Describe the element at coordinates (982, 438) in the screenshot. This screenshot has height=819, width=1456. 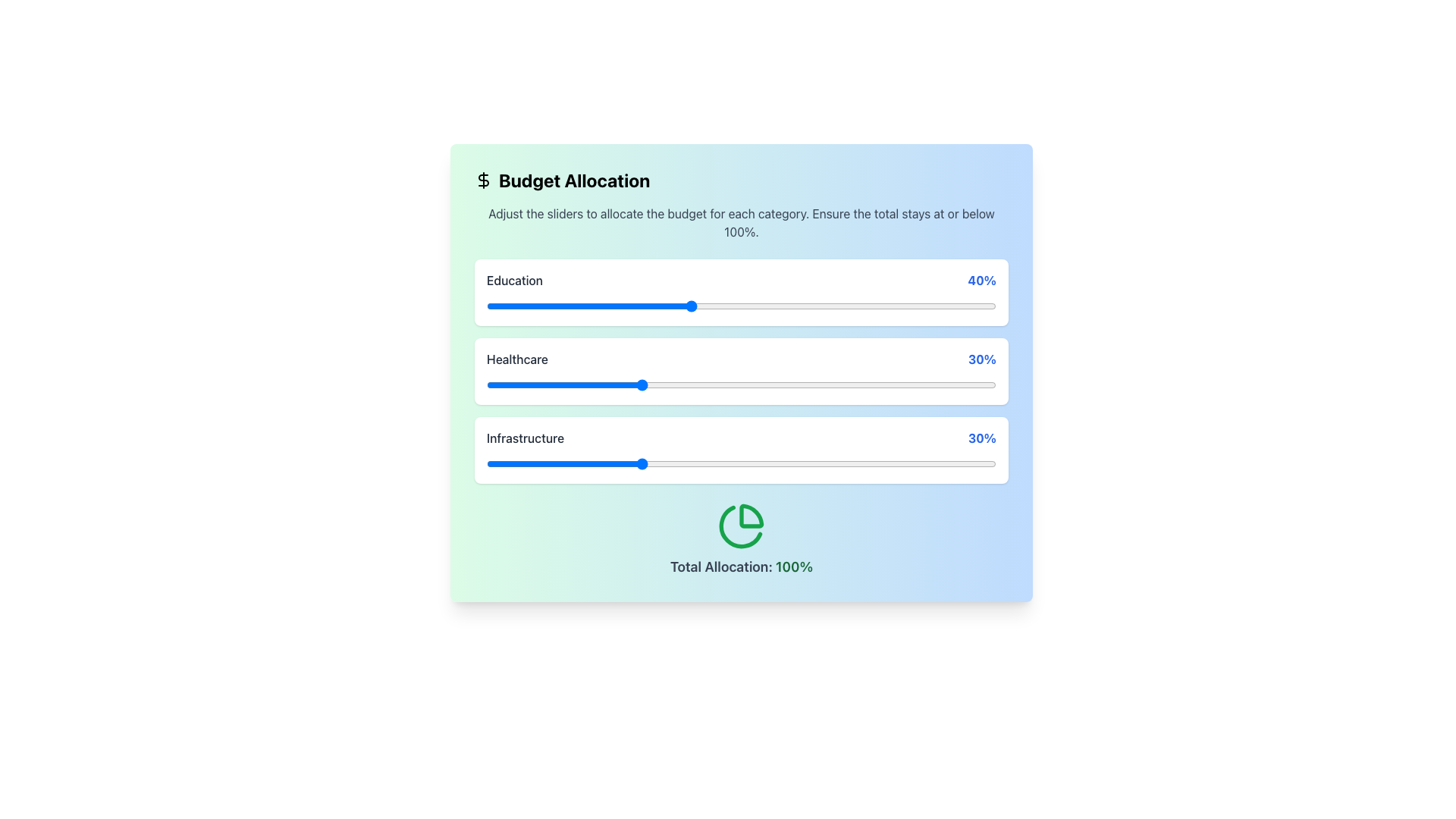
I see `text content of the bold blue-colored label displaying '30%' located at the far-right edge of the 'Infrastructure' row` at that location.